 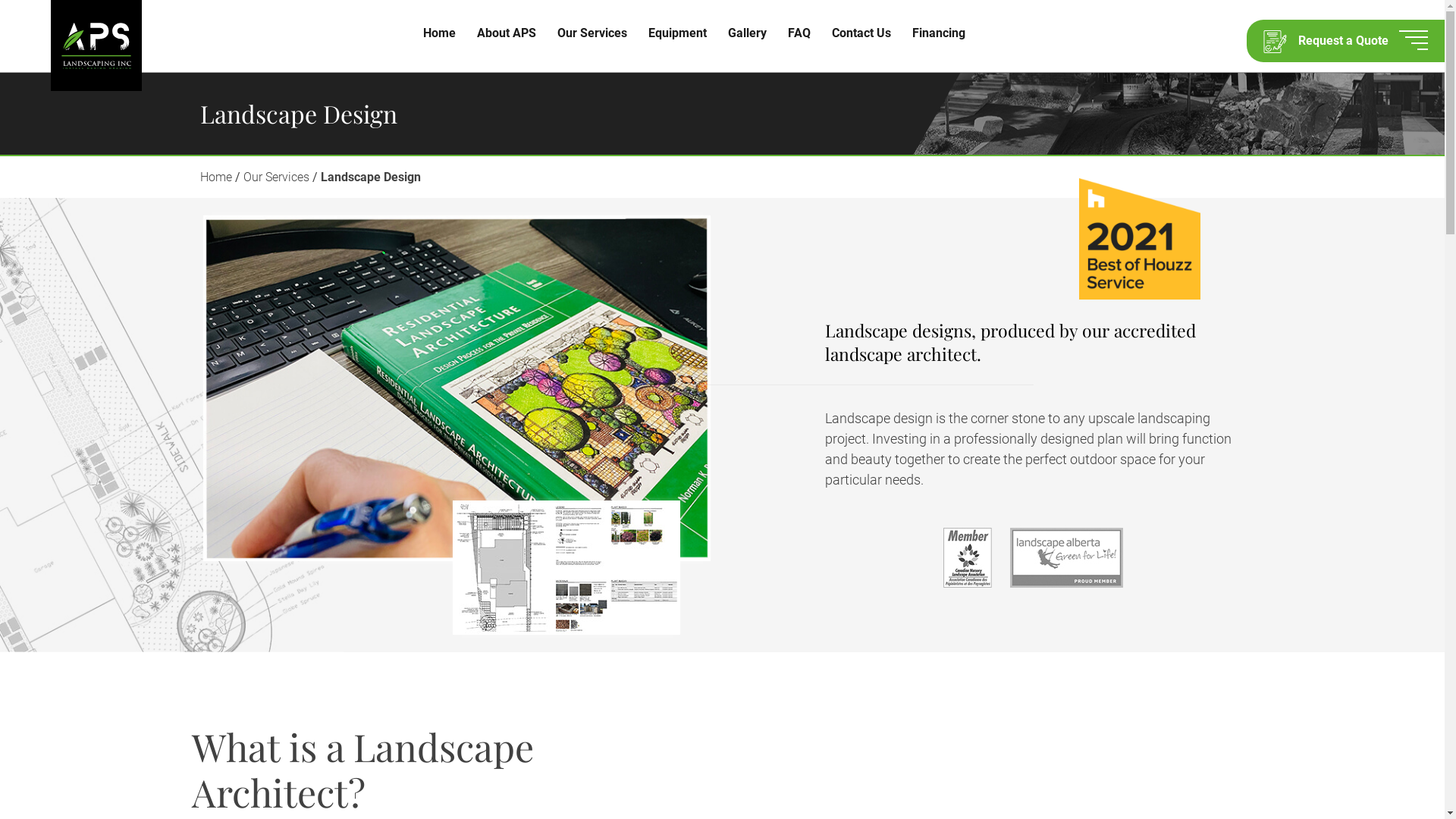 I want to click on 'FAQ', so click(x=799, y=33).